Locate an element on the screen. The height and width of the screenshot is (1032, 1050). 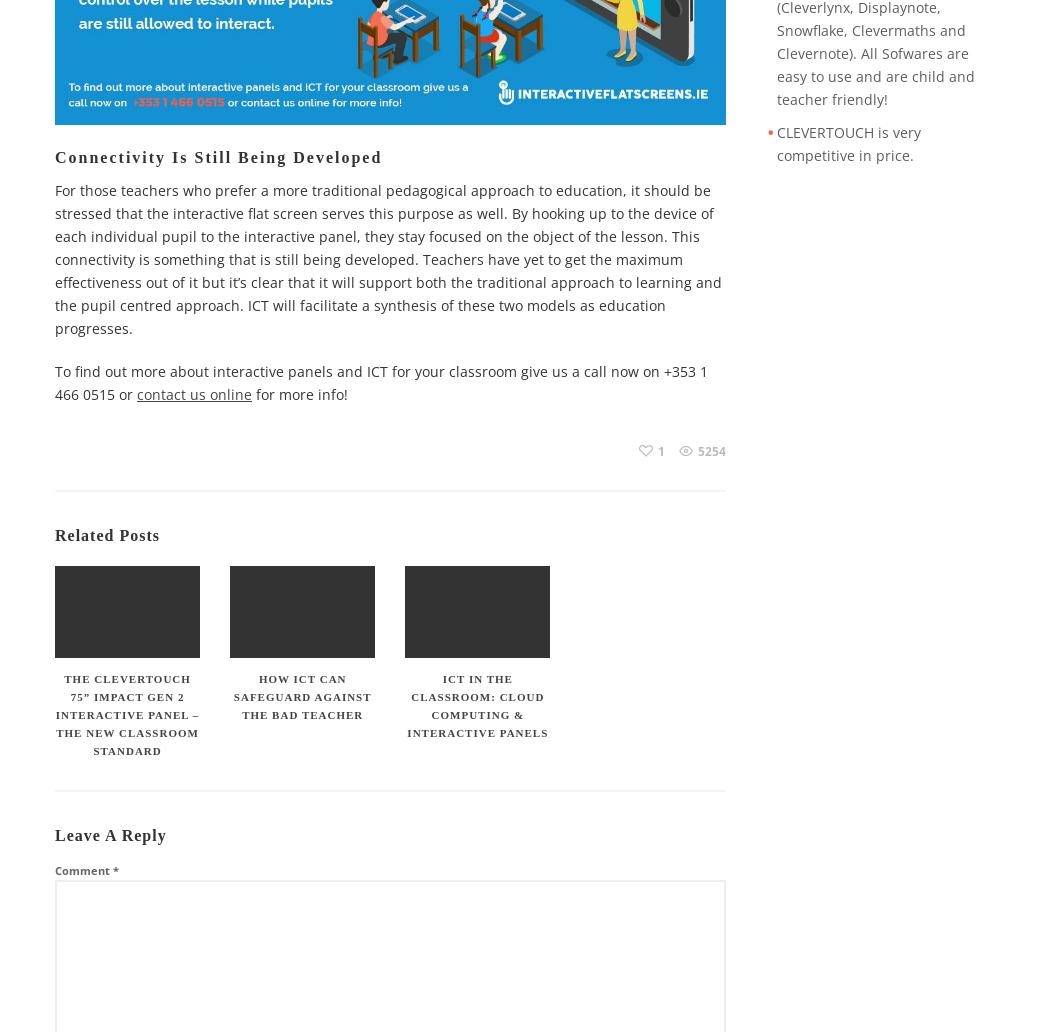
'*' is located at coordinates (112, 870).